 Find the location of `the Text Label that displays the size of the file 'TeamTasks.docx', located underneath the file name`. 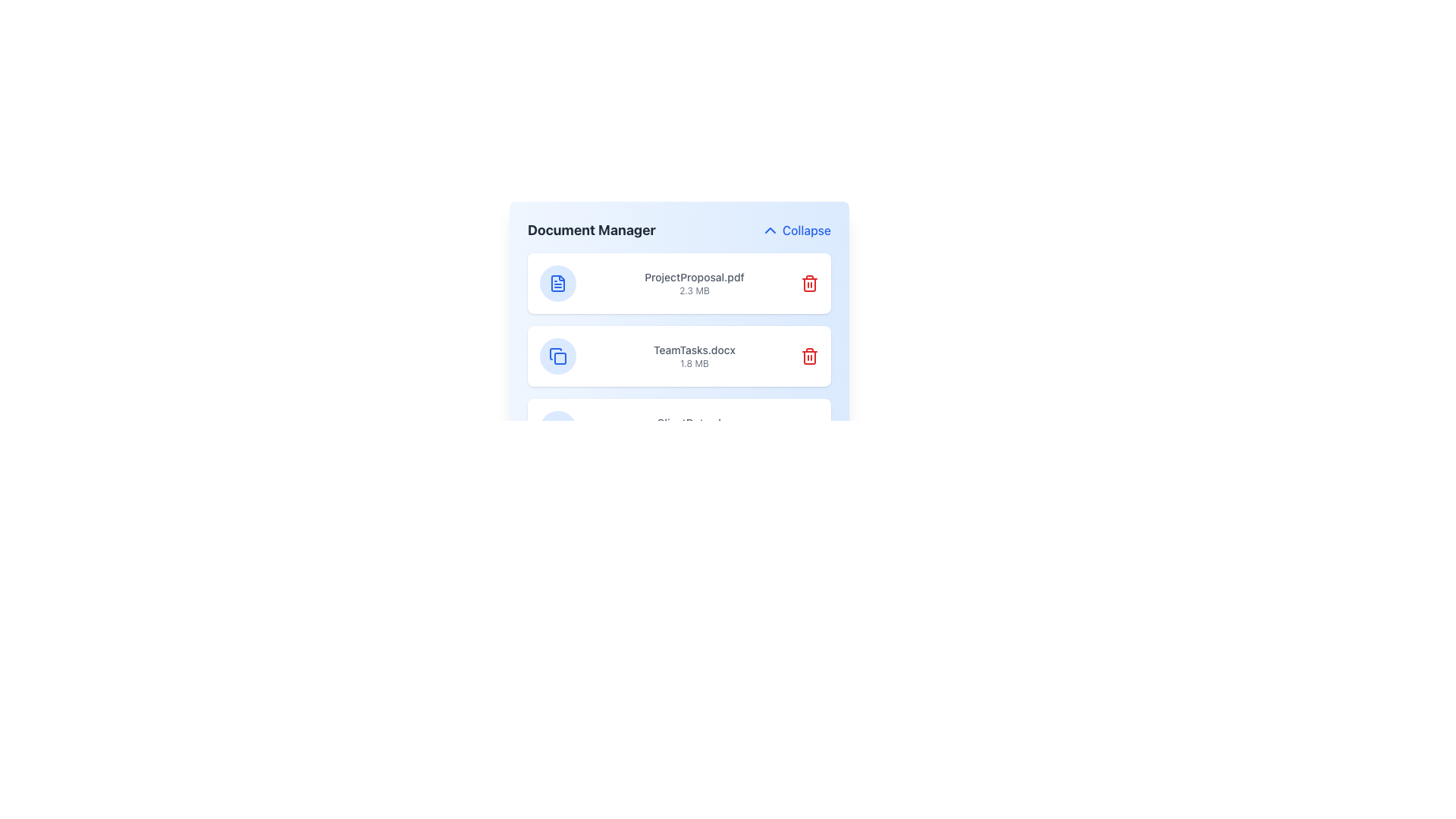

the Text Label that displays the size of the file 'TeamTasks.docx', located underneath the file name is located at coordinates (694, 363).